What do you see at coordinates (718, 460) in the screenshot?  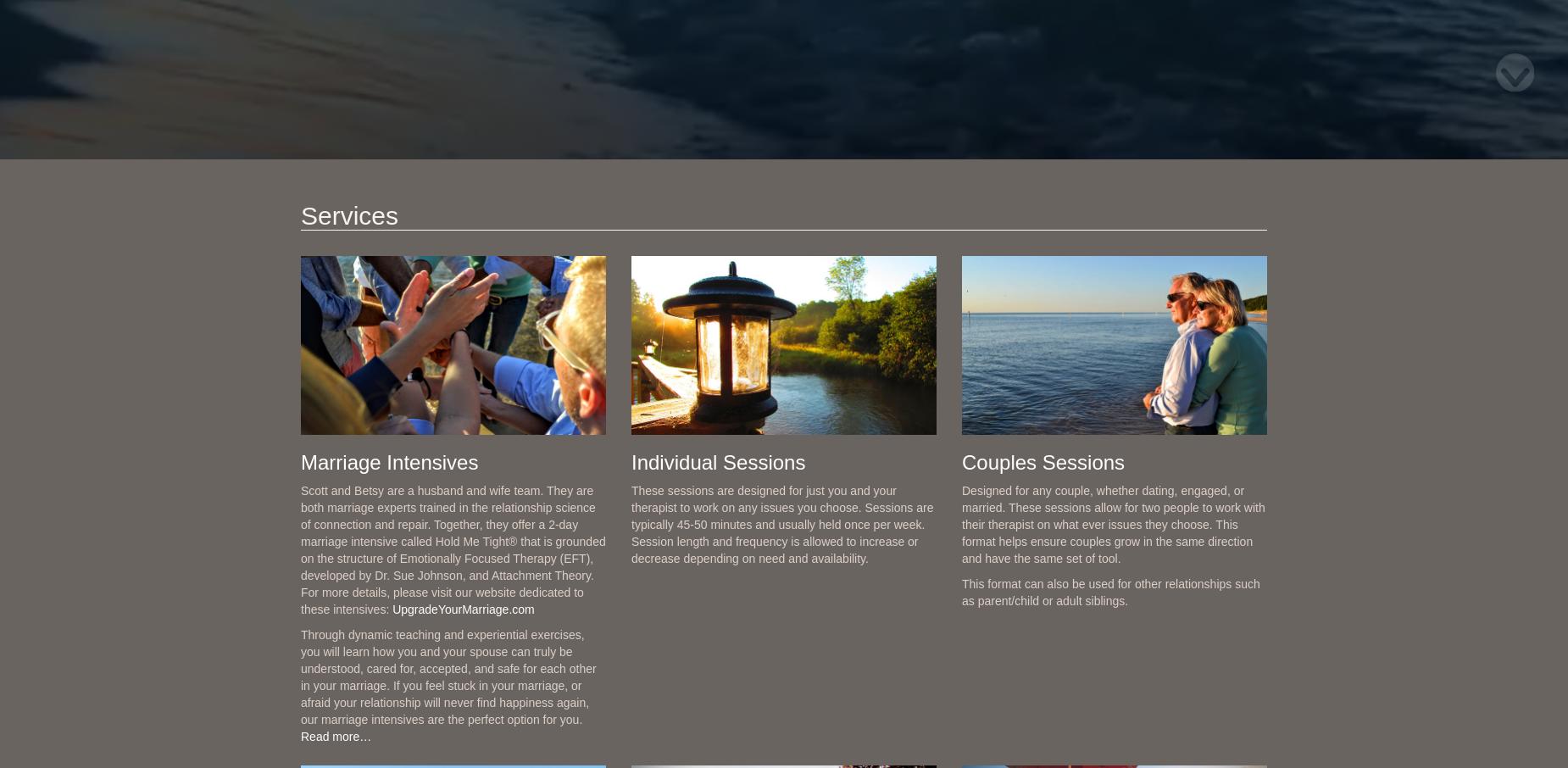 I see `'Individual Sessions'` at bounding box center [718, 460].